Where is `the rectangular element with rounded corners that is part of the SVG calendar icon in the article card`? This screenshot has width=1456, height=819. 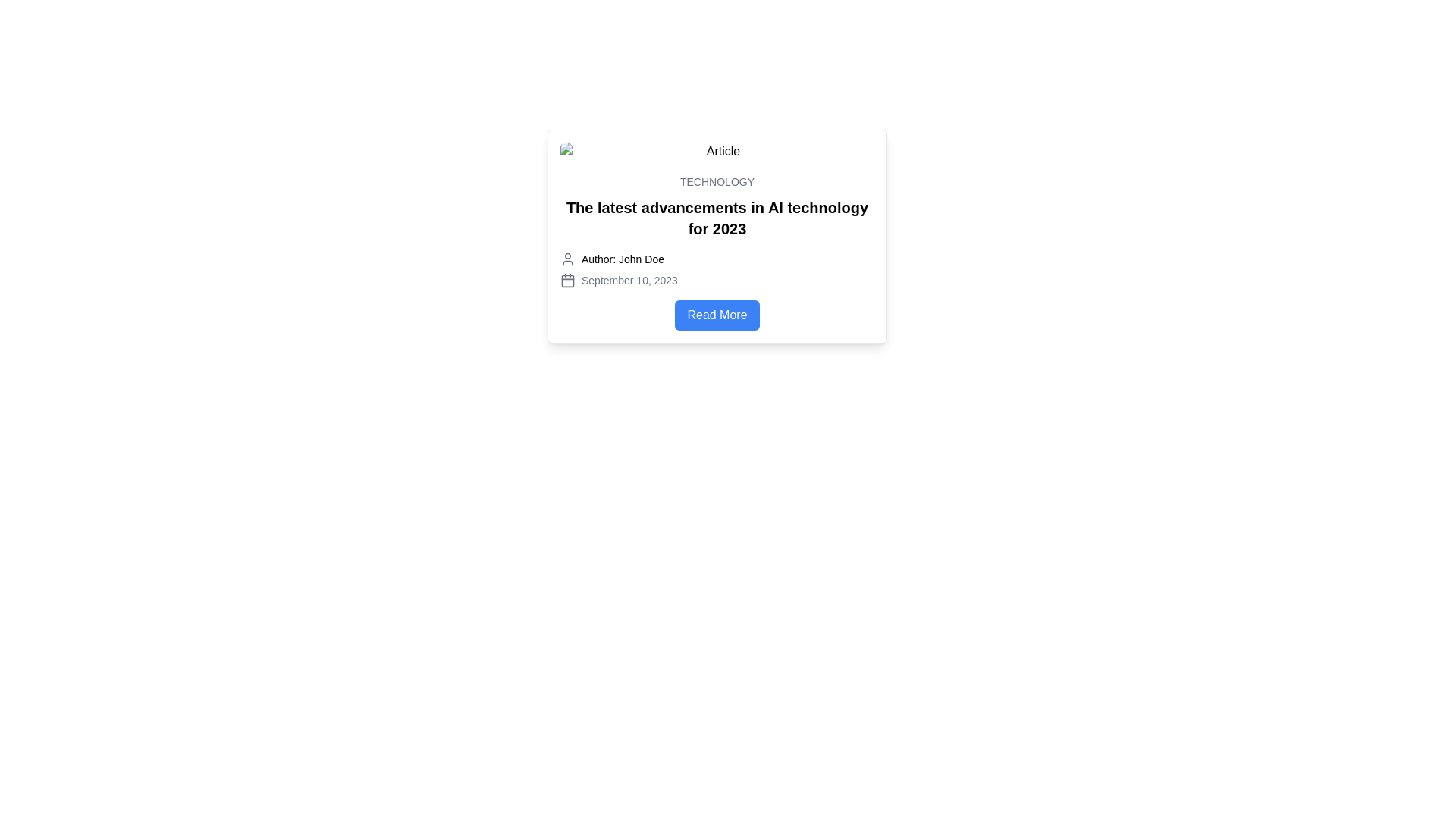
the rectangular element with rounded corners that is part of the SVG calendar icon in the article card is located at coordinates (566, 281).